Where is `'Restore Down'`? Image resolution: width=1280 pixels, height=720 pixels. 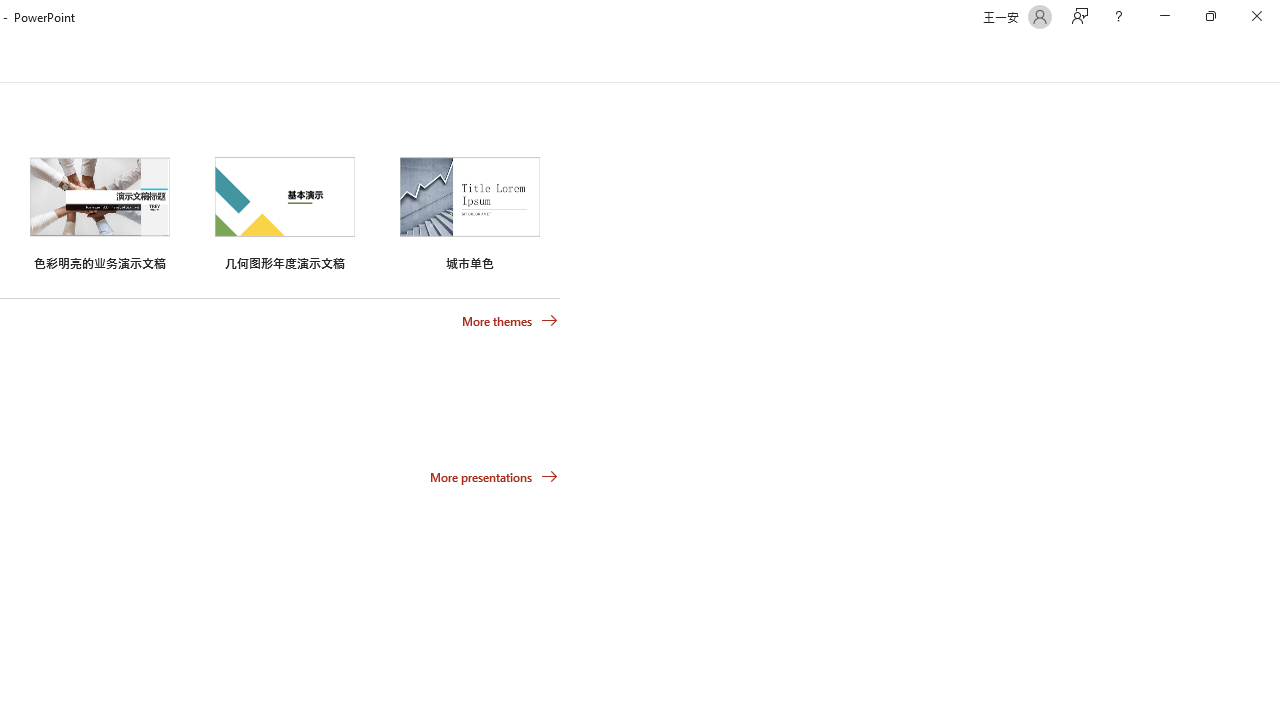
'Restore Down' is located at coordinates (1209, 16).